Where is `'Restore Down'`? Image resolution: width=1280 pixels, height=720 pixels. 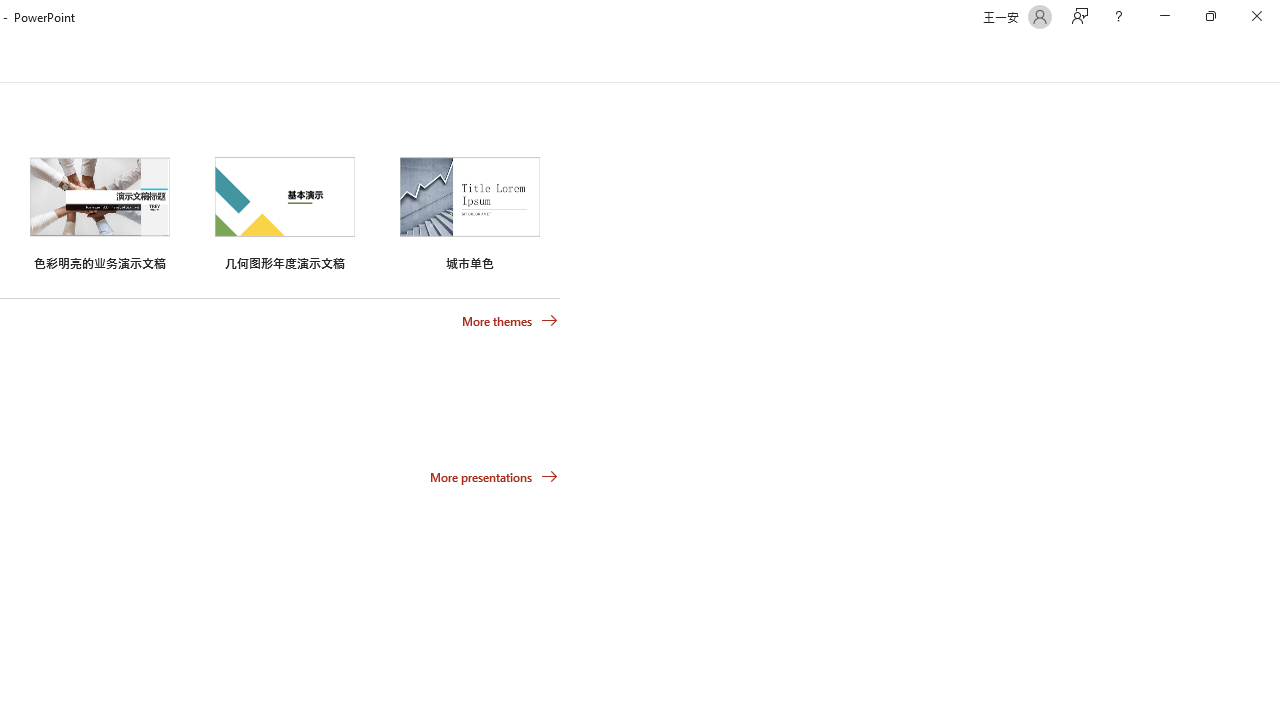
'Restore Down' is located at coordinates (1209, 16).